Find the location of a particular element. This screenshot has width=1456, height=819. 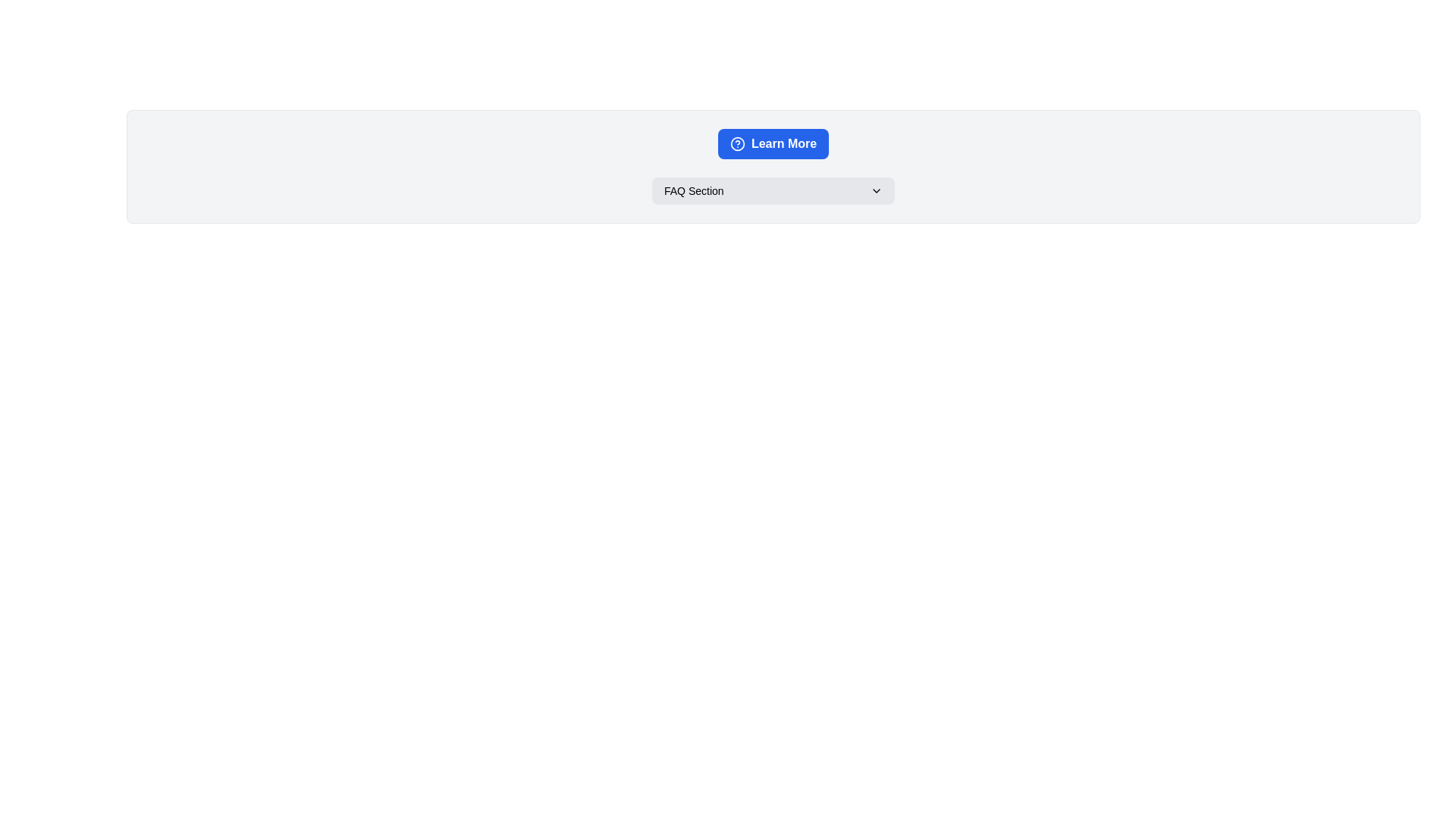

the downward-pointing chevron icon located to the right of the 'FAQ Section' label is located at coordinates (877, 190).